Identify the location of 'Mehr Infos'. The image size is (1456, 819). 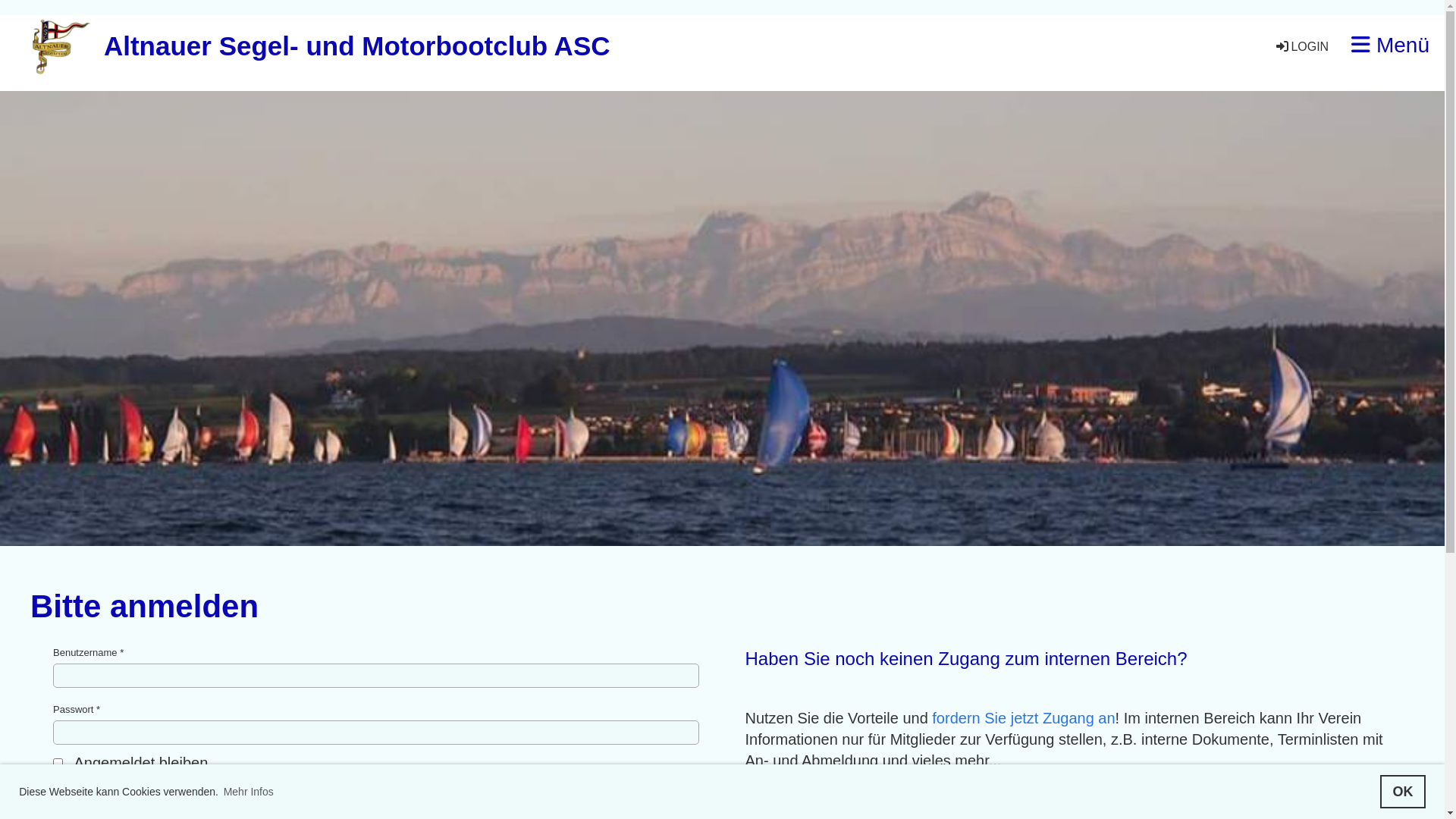
(248, 791).